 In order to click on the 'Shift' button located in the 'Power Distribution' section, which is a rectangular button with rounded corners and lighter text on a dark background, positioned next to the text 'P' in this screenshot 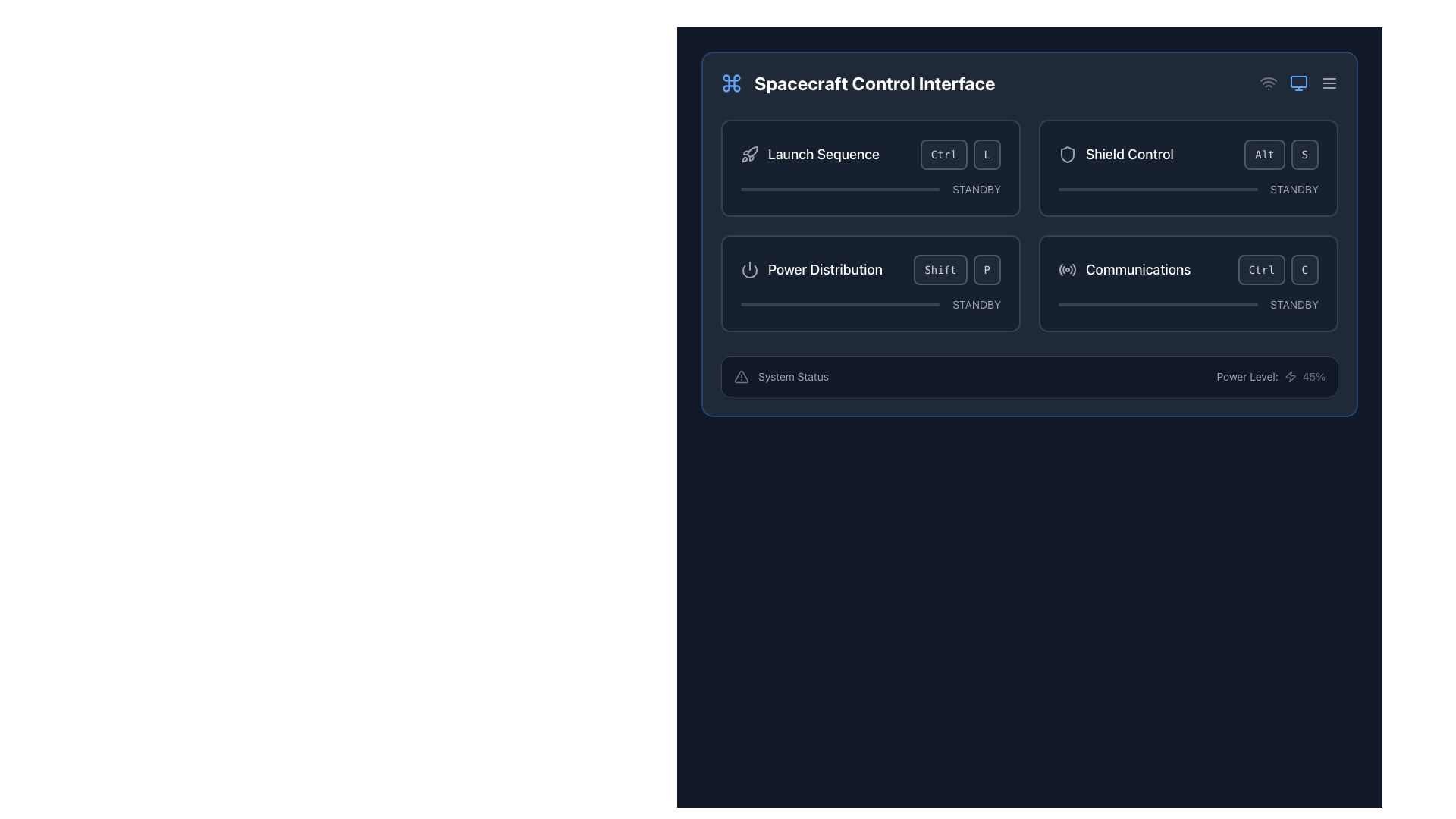, I will do `click(956, 268)`.